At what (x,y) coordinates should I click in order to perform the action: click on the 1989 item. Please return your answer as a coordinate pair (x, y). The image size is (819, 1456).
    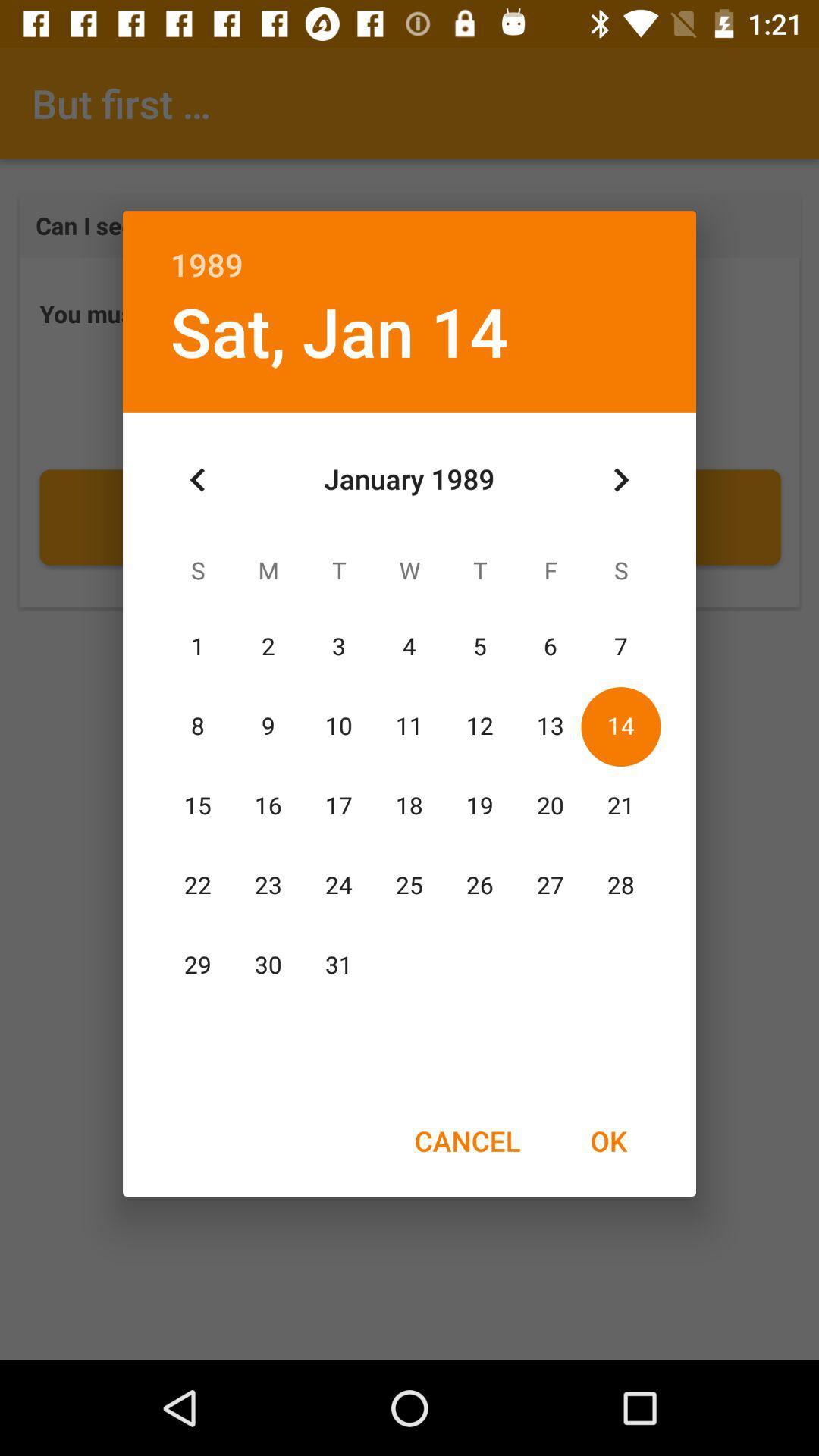
    Looking at the image, I should click on (409, 248).